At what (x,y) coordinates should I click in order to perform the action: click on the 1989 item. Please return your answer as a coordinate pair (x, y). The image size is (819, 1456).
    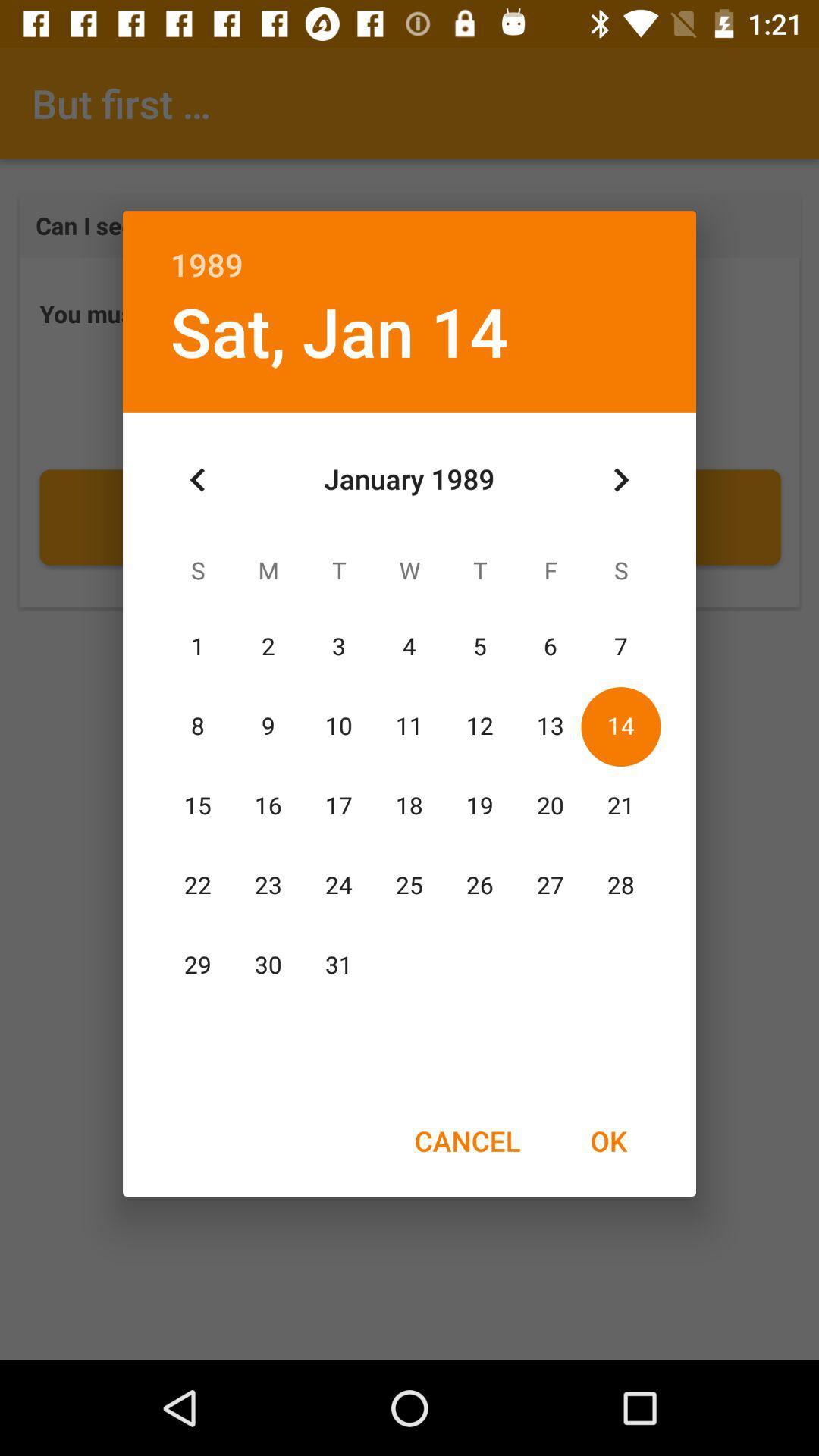
    Looking at the image, I should click on (409, 248).